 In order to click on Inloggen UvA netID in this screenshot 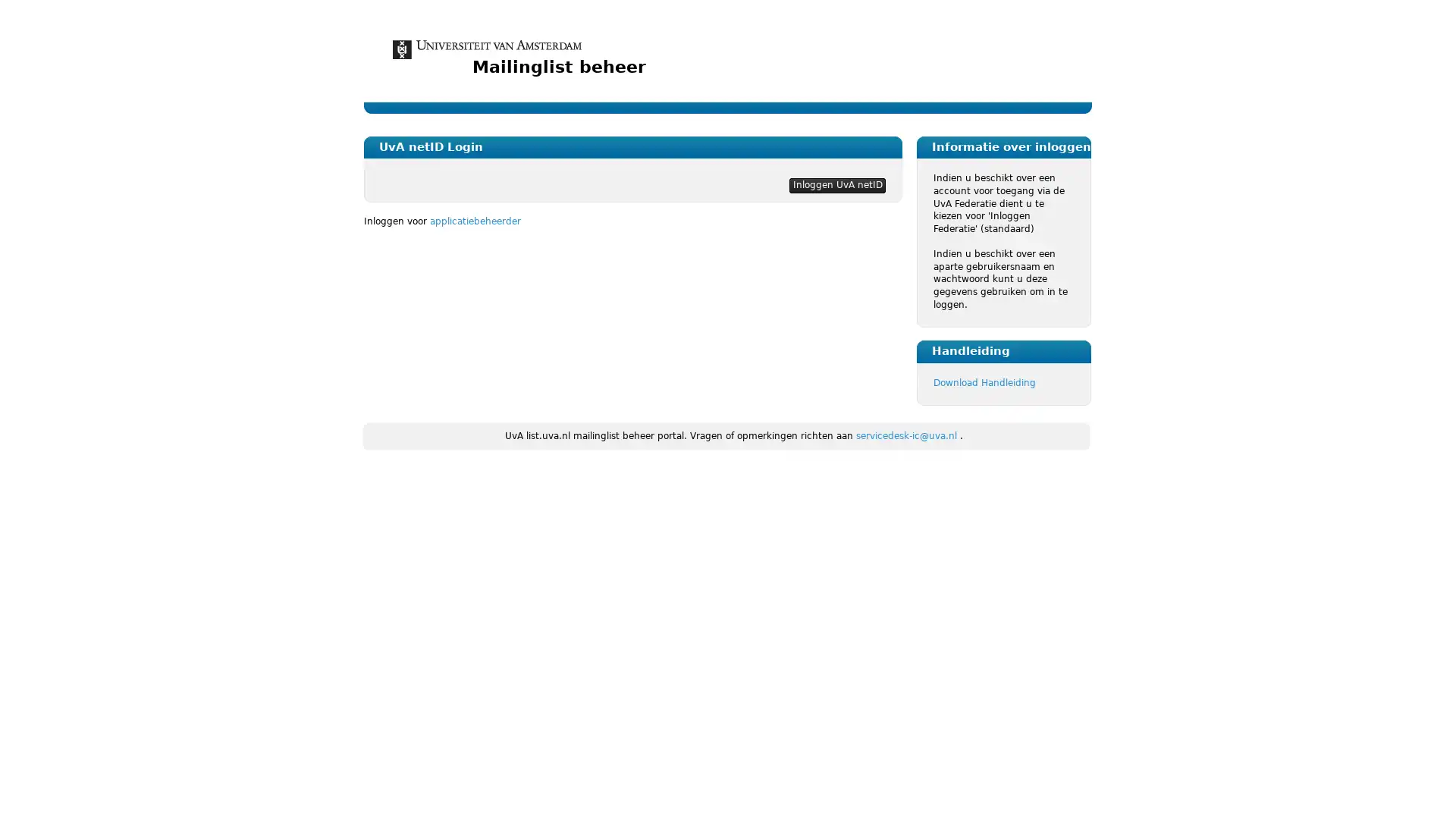, I will do `click(836, 185)`.